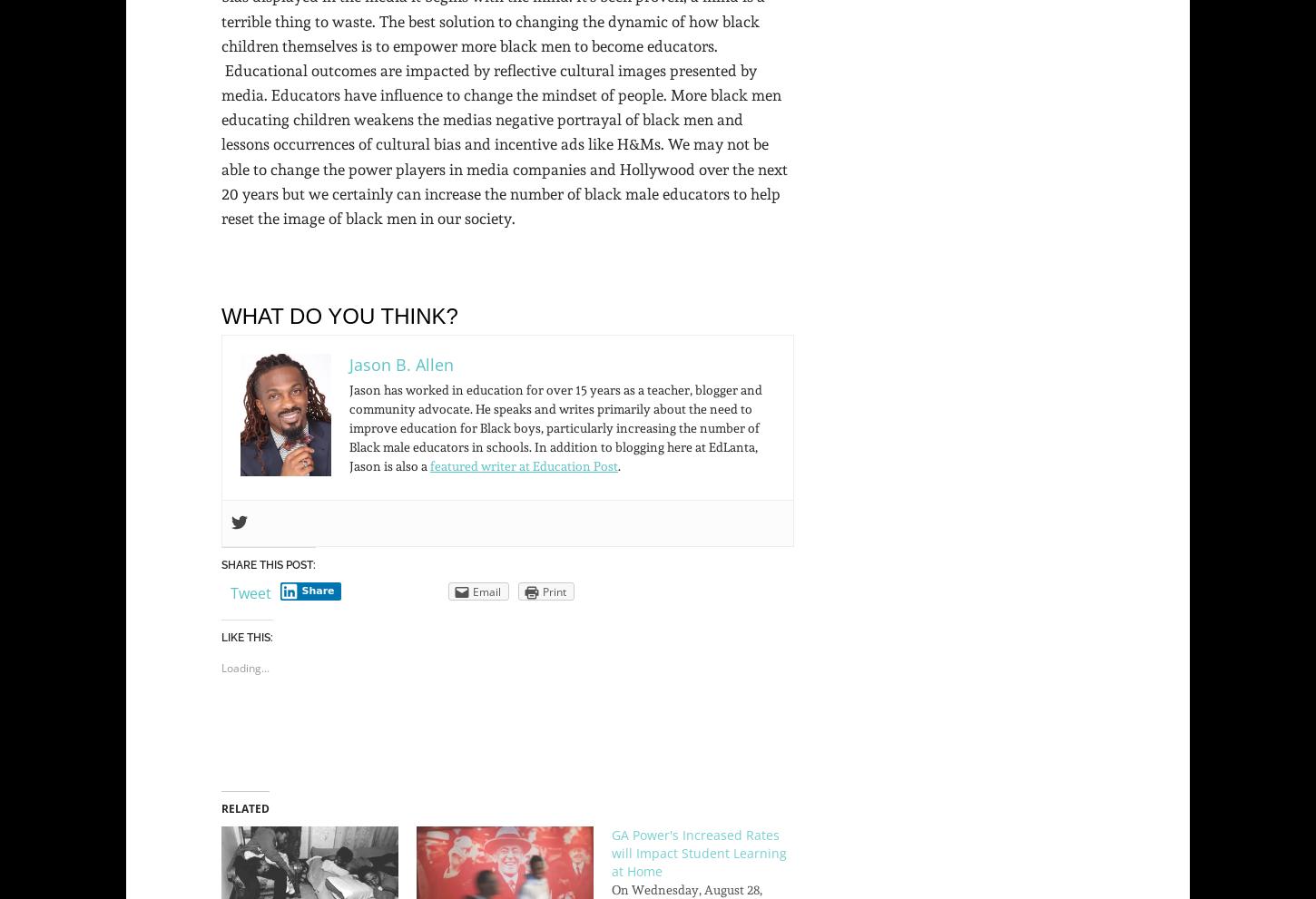 The height and width of the screenshot is (899, 1316). I want to click on 'WHAT DO YOU THINK?', so click(338, 316).